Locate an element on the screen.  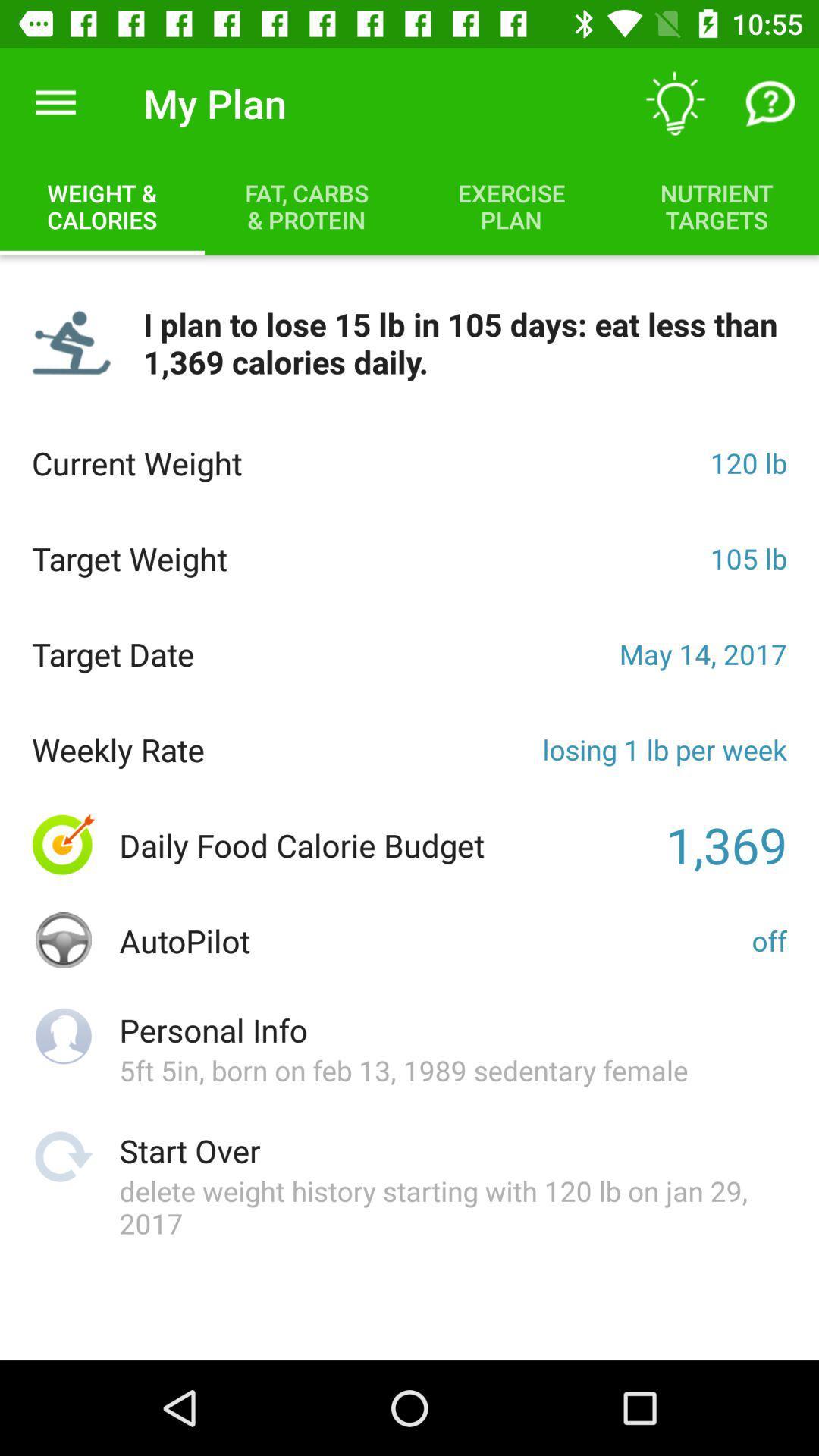
item above nutrient is located at coordinates (675, 102).